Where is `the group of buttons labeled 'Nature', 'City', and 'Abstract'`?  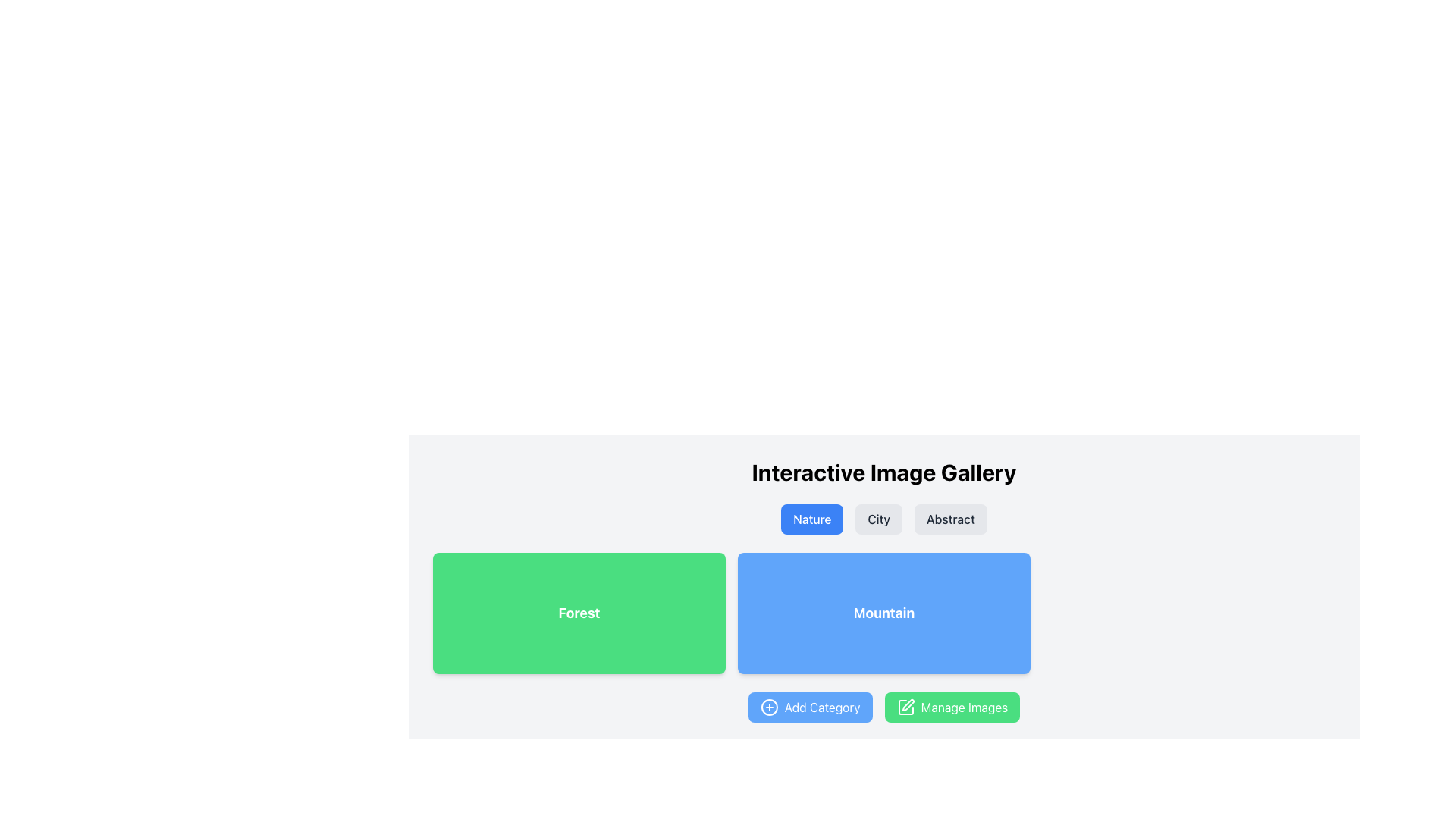
the group of buttons labeled 'Nature', 'City', and 'Abstract' is located at coordinates (884, 519).